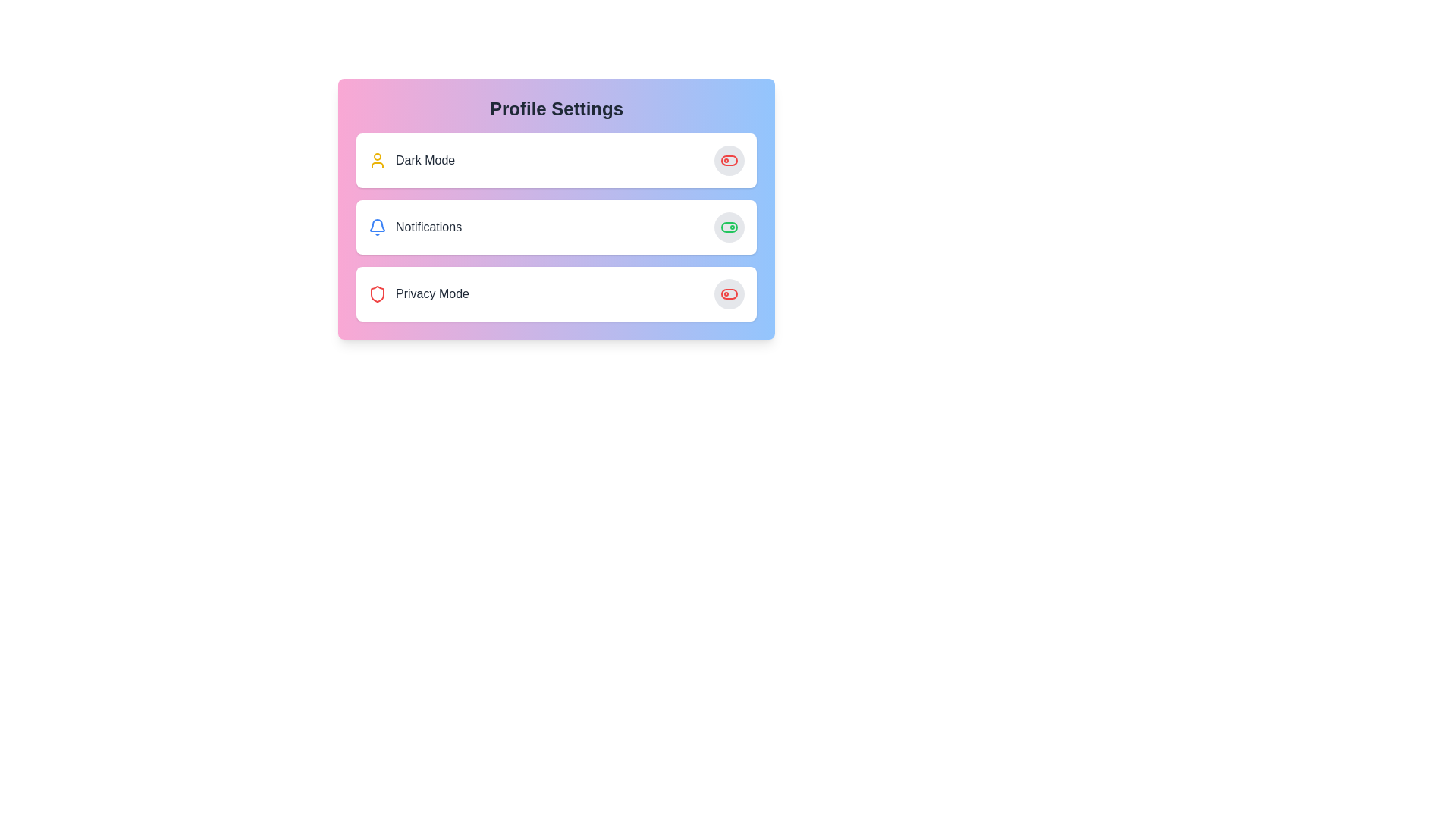  I want to click on the visual state of the notification icon located to the left of the 'notifications' text label in the settings panel, so click(378, 227).